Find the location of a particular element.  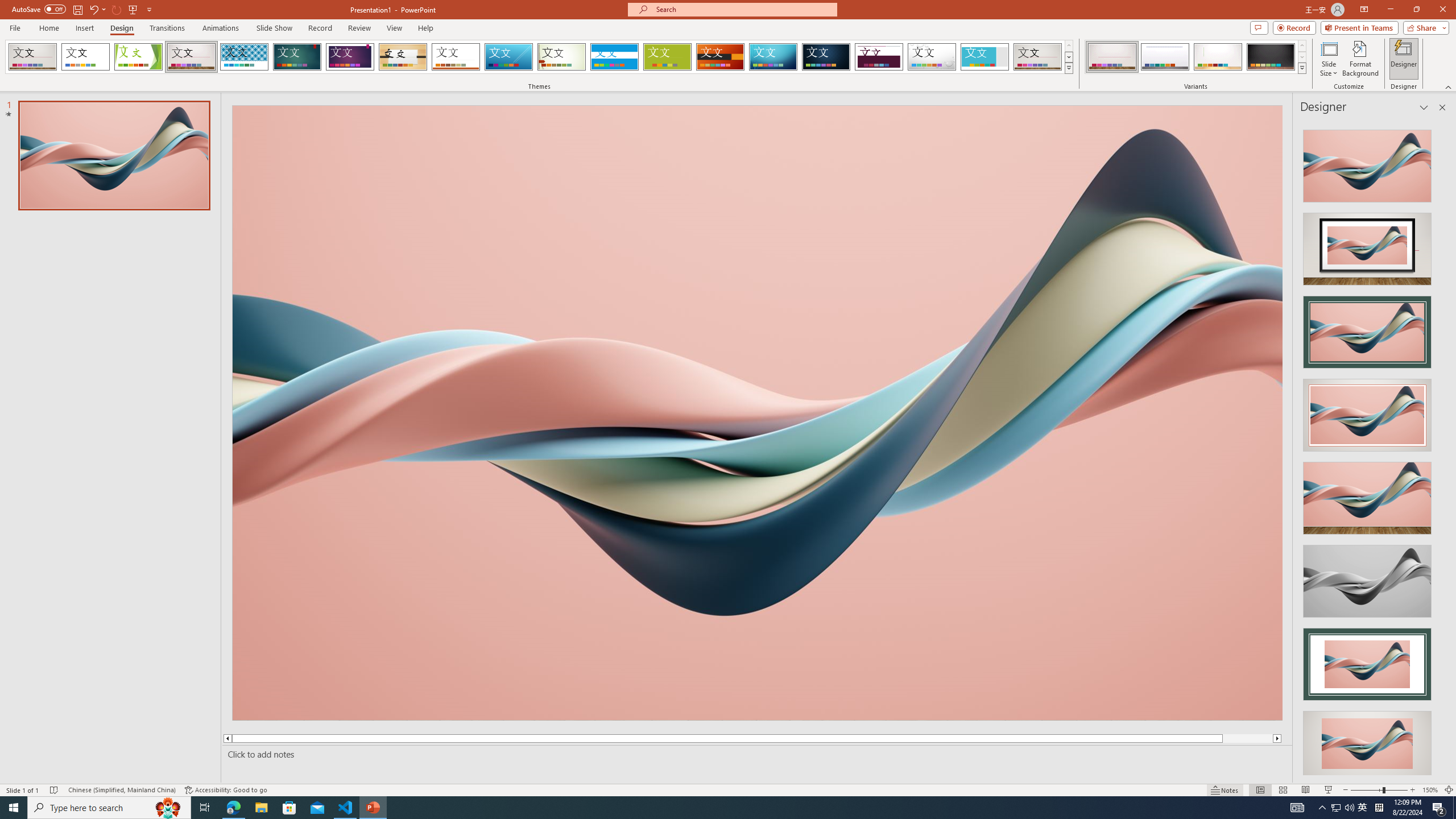

'Facet' is located at coordinates (138, 56).